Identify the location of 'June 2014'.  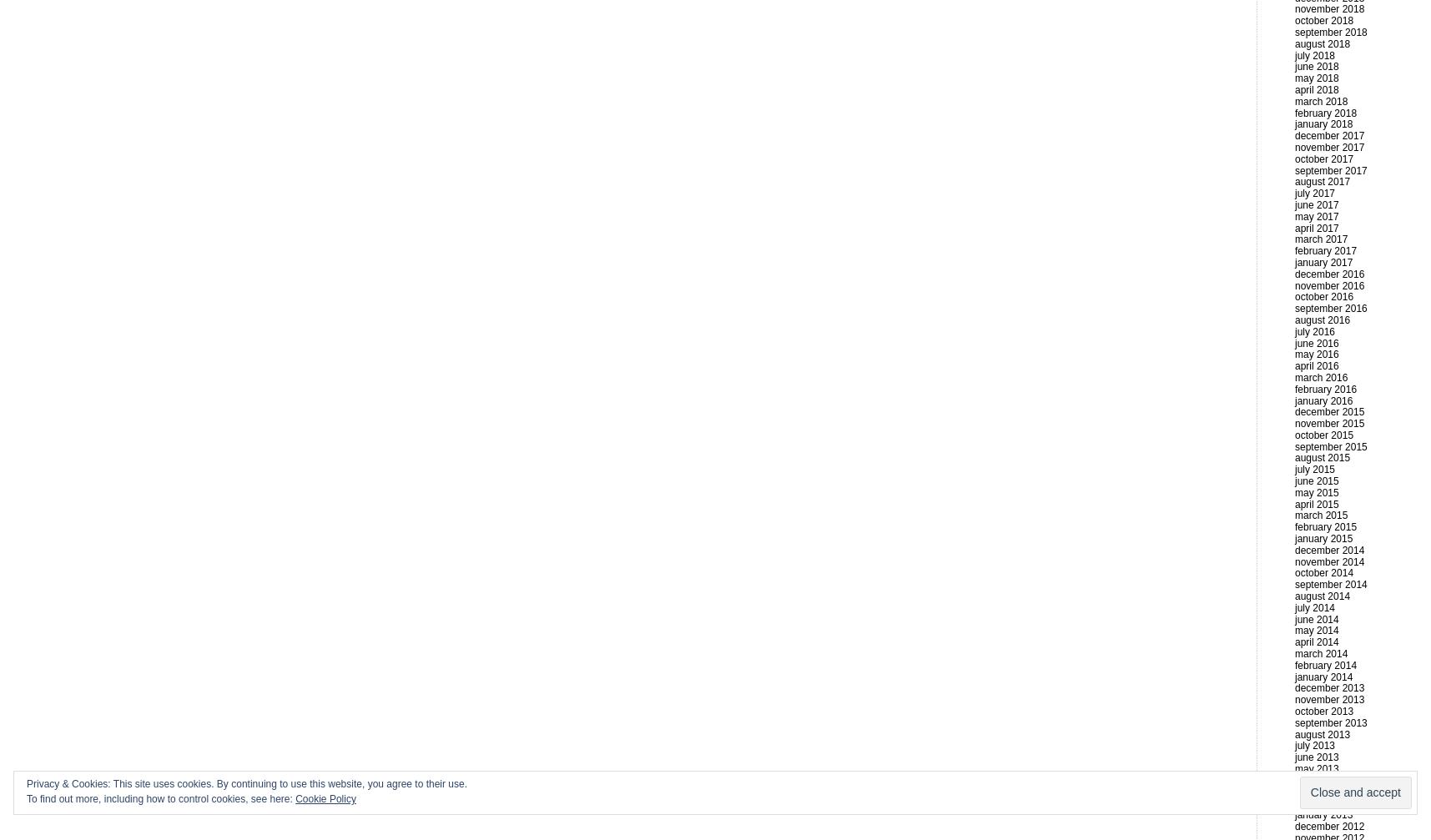
(1315, 617).